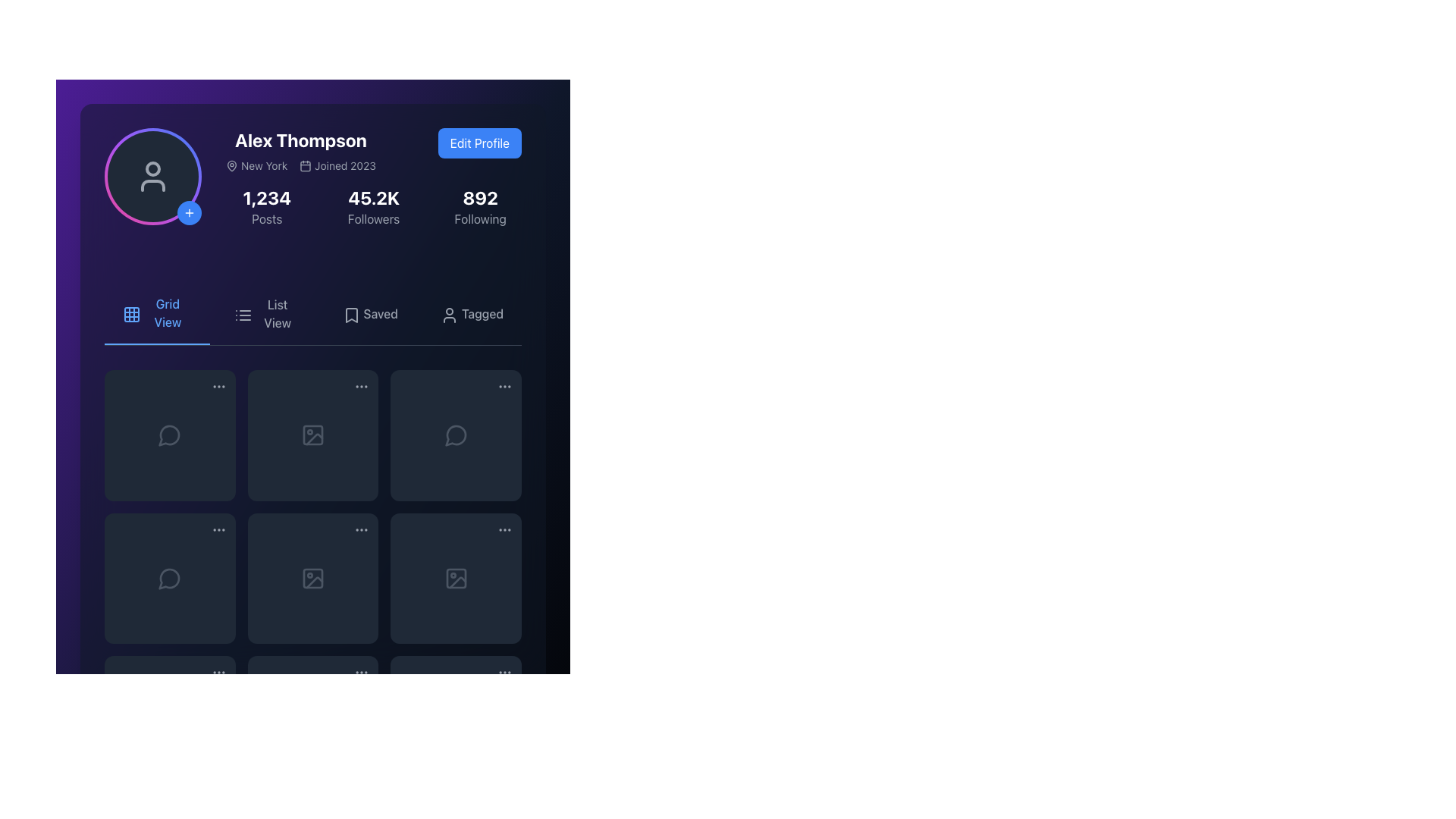 This screenshot has width=1456, height=819. What do you see at coordinates (188, 213) in the screenshot?
I see `the clickable button` at bounding box center [188, 213].